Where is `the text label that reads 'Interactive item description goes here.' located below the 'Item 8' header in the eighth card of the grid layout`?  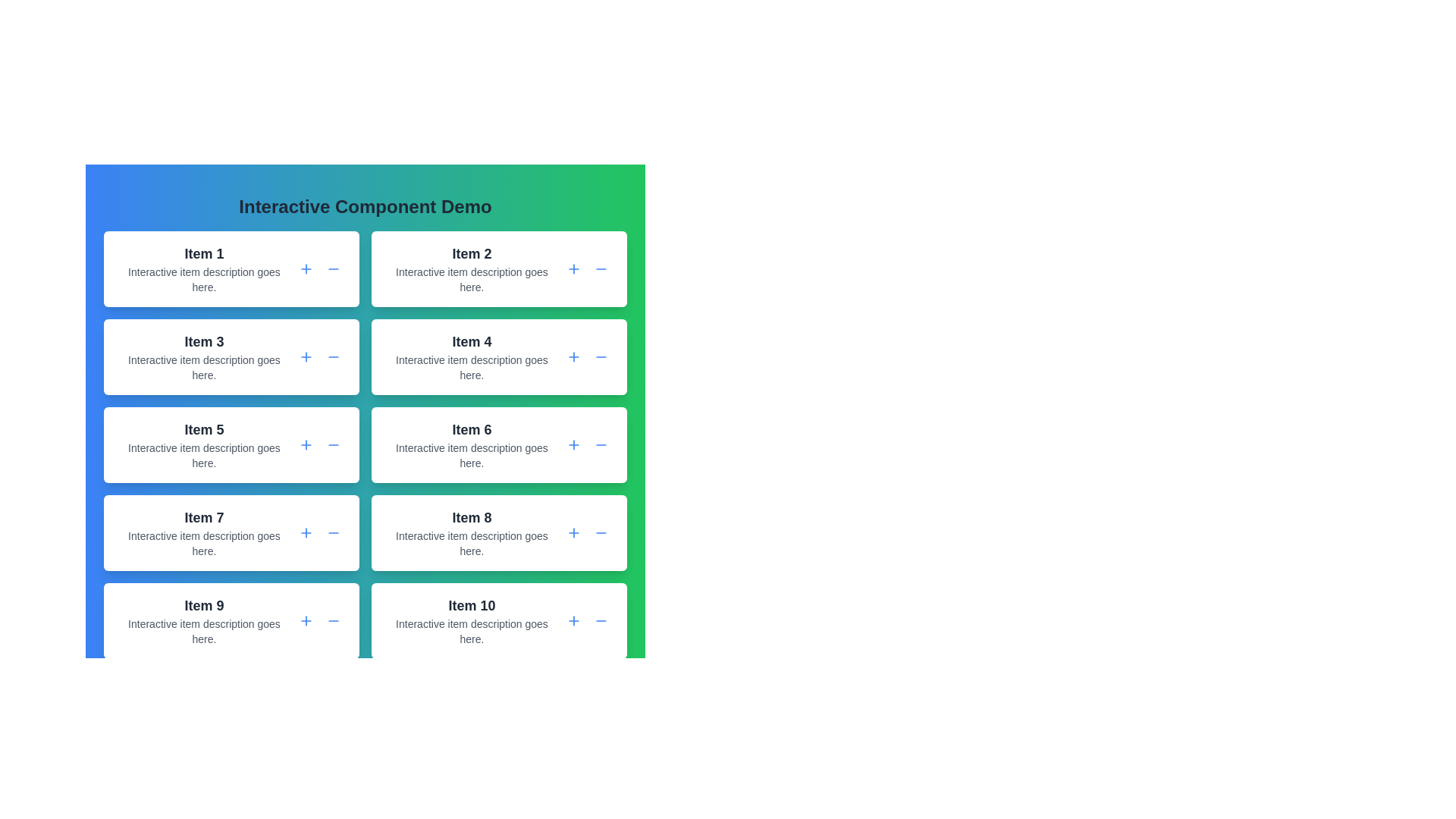 the text label that reads 'Interactive item description goes here.' located below the 'Item 8' header in the eighth card of the grid layout is located at coordinates (471, 543).